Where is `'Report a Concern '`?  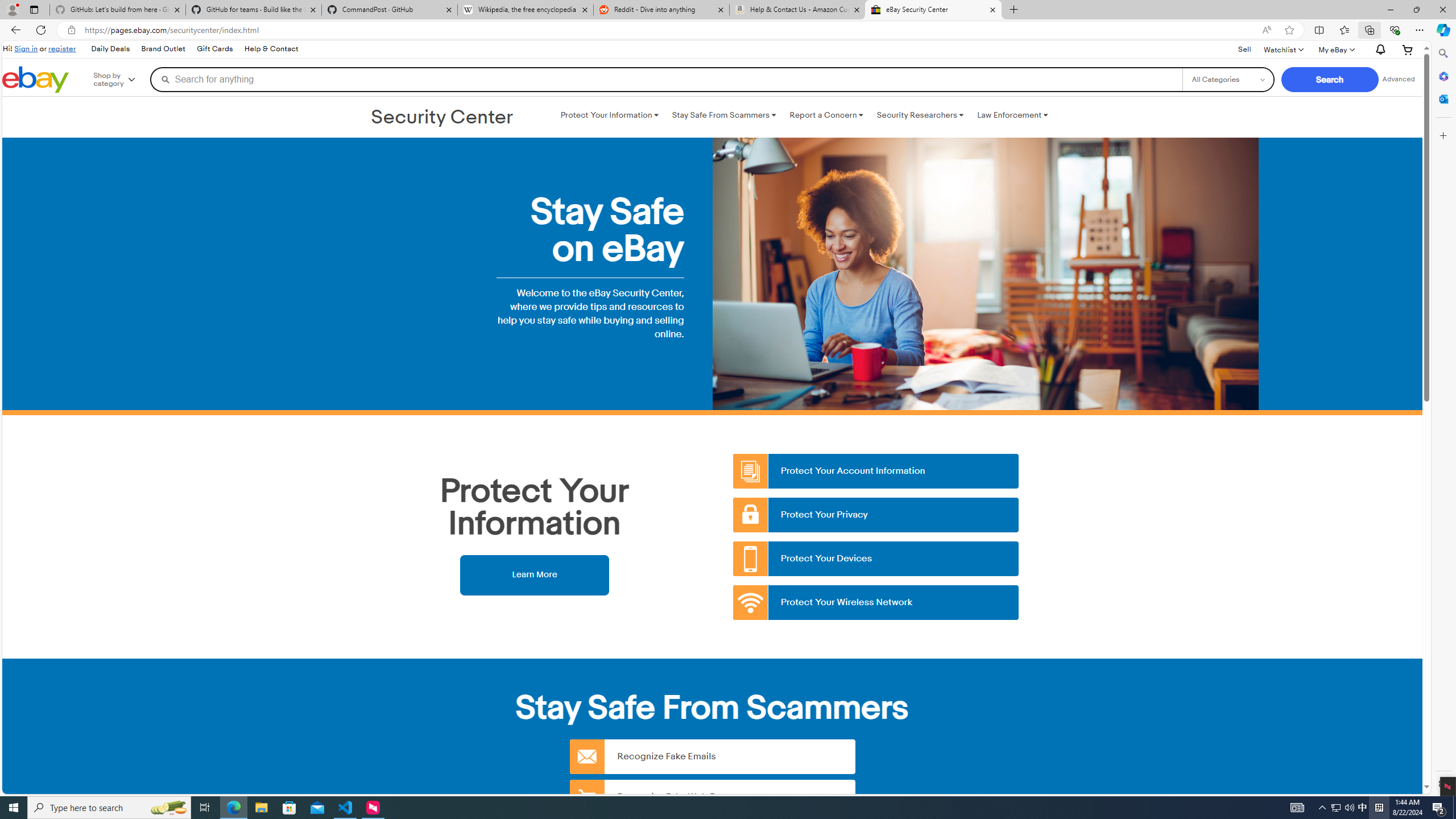
'Report a Concern ' is located at coordinates (825, 115).